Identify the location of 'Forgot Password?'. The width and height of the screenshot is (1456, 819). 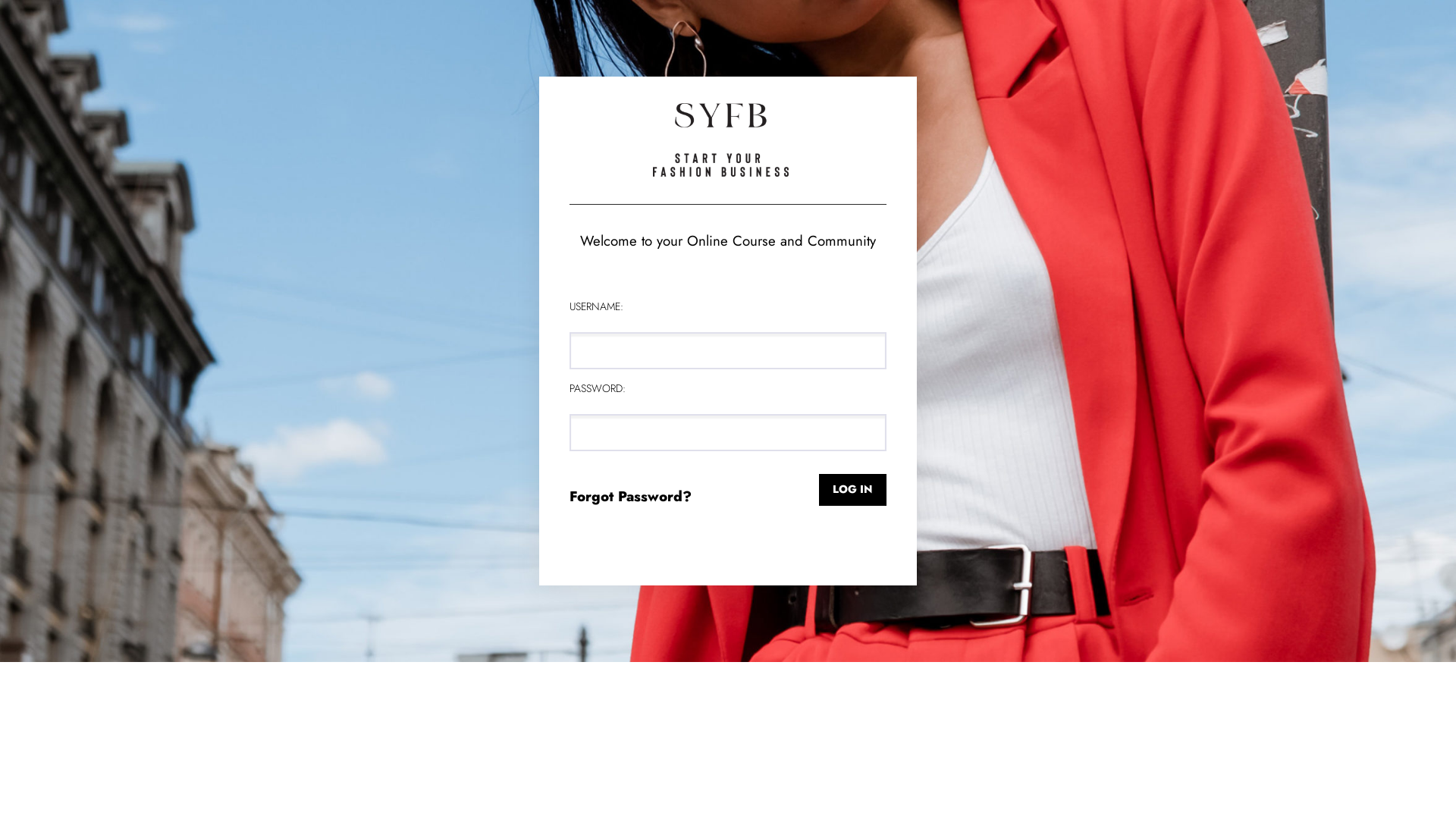
(630, 496).